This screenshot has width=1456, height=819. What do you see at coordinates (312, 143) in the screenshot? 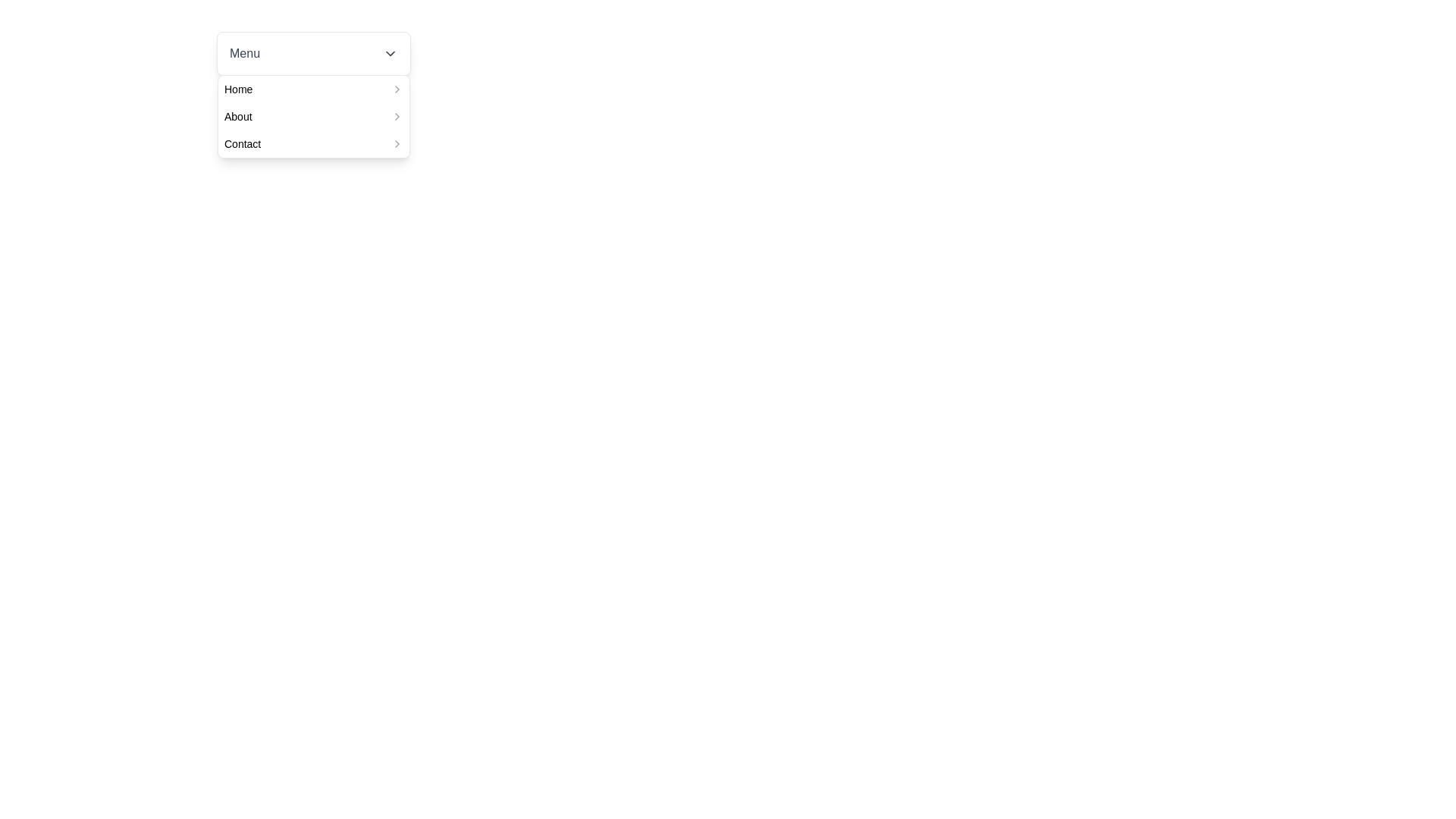
I see `the 'Contact' list item in the dropdown menu` at bounding box center [312, 143].